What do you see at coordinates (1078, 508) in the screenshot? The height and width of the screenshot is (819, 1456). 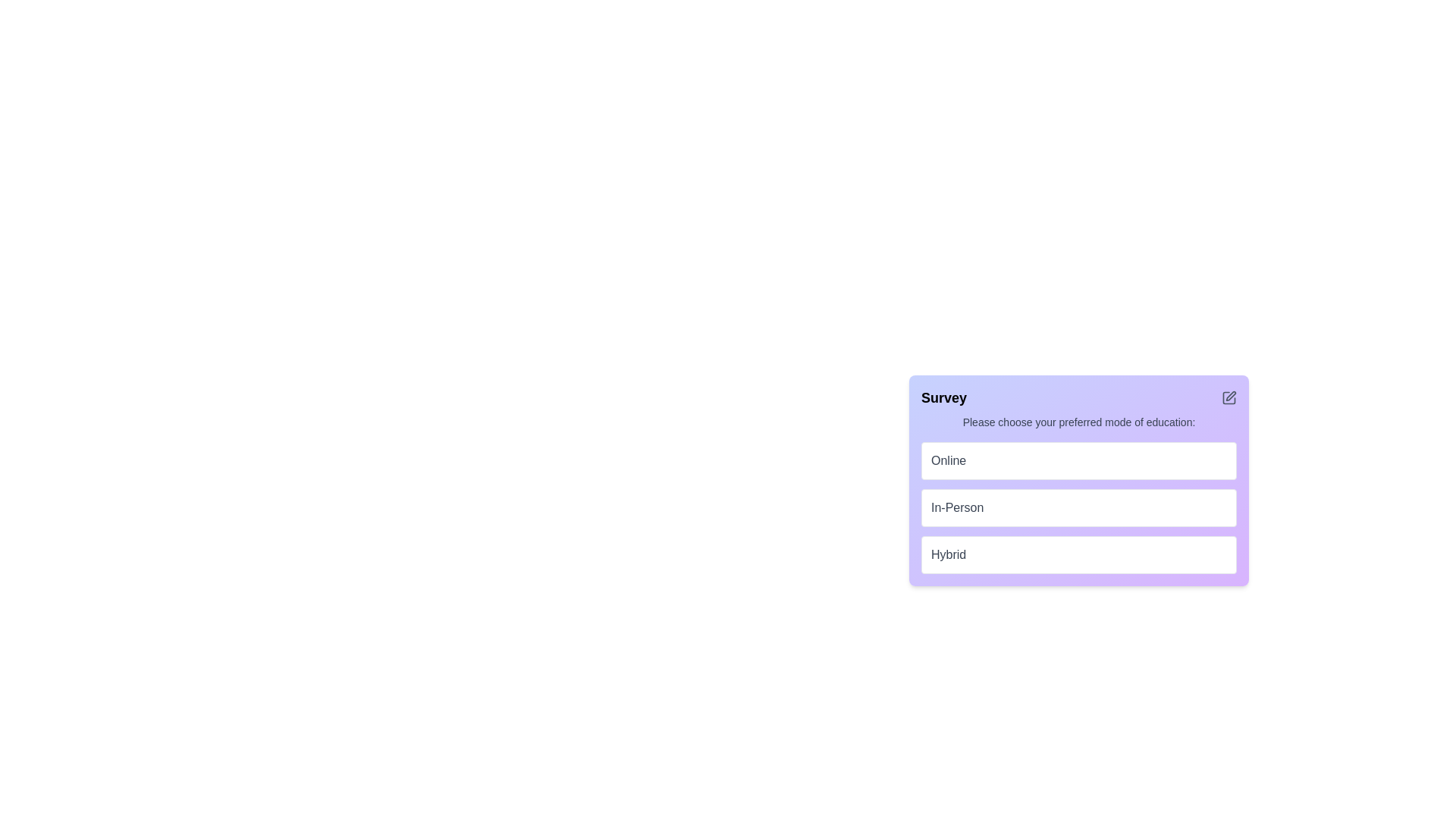 I see `the second button in the vertical list of three interactive choice buttons labeled 'In-Person'` at bounding box center [1078, 508].